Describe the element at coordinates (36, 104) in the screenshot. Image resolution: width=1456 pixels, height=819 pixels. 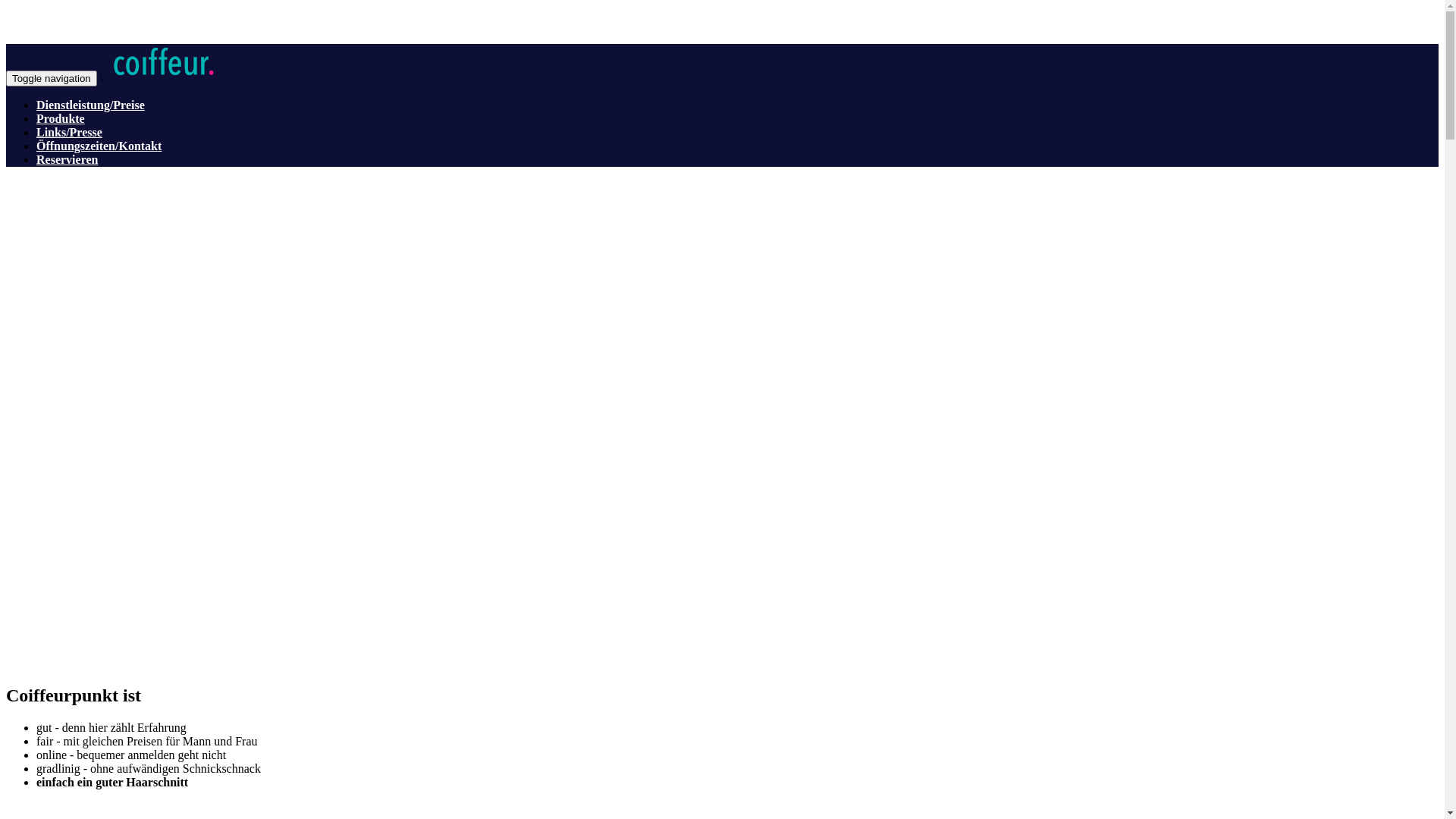
I see `'Dienstleistung/Preise'` at that location.